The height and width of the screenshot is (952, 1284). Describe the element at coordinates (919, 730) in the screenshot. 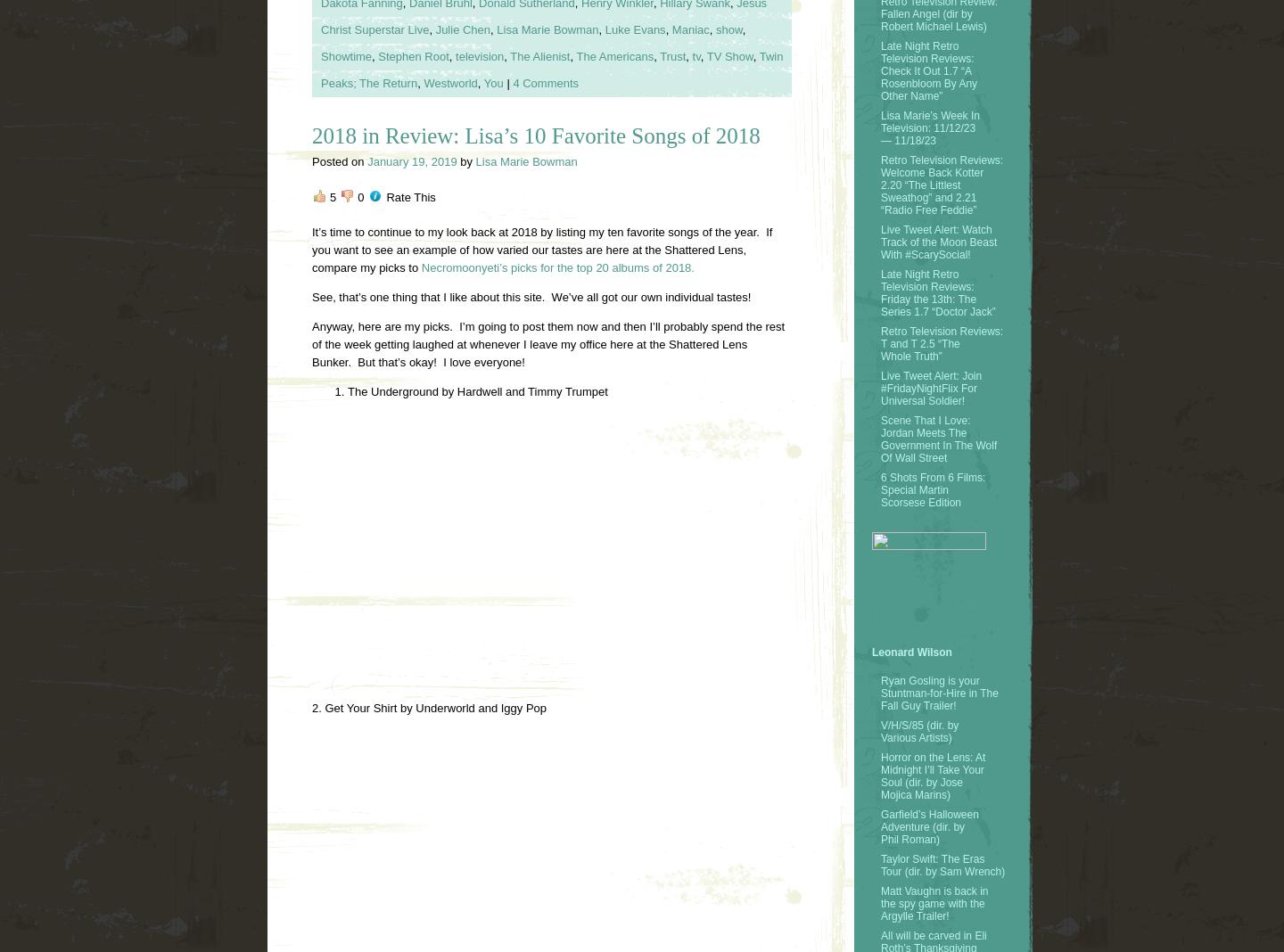

I see `'V/H/S/85 (dir. by Various Artists)'` at that location.